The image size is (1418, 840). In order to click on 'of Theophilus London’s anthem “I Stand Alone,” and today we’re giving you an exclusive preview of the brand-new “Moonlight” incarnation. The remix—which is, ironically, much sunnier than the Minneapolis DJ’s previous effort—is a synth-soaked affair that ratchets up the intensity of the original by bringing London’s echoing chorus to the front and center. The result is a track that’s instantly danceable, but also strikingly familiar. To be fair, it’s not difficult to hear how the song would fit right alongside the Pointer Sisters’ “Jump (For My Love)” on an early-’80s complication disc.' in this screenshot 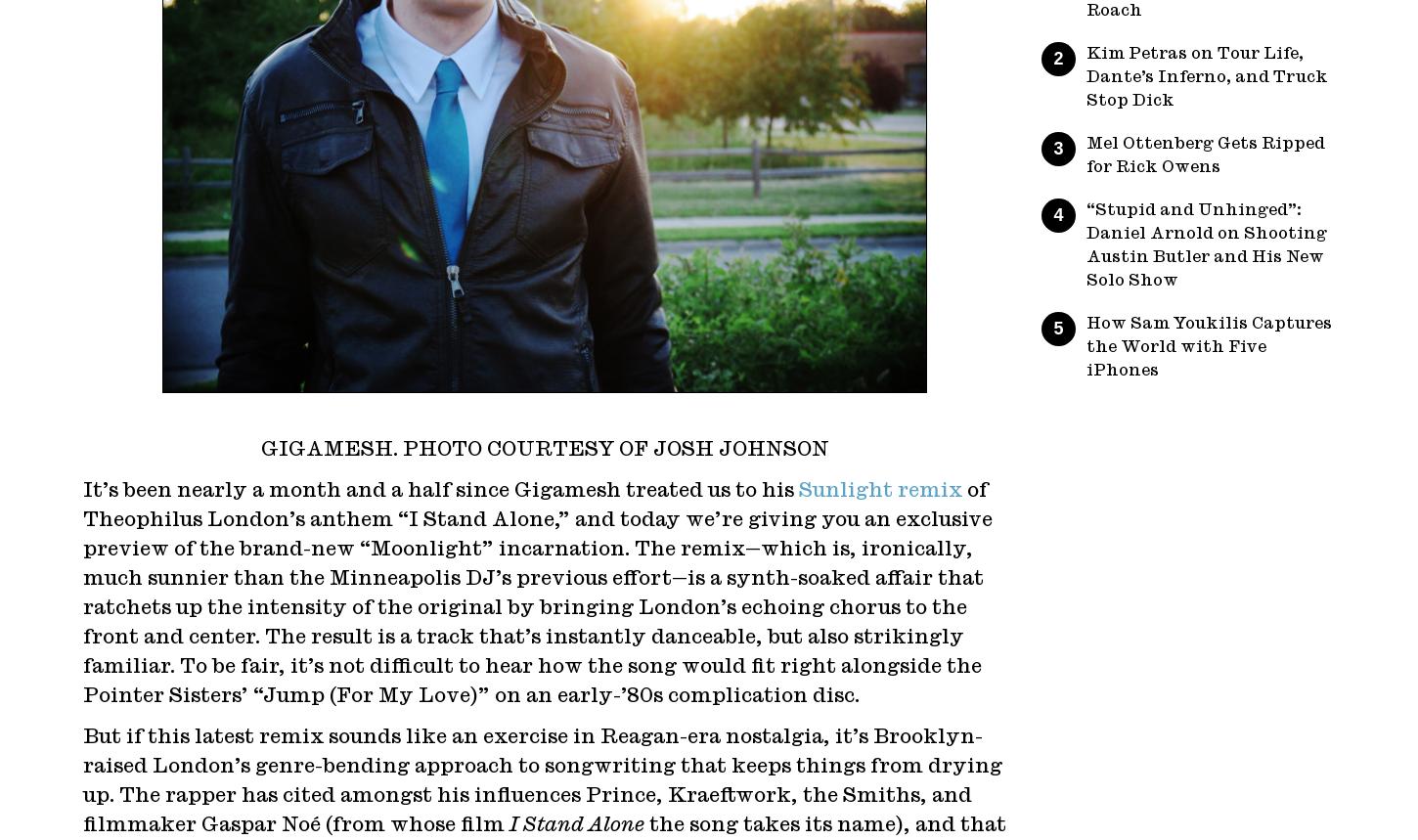, I will do `click(537, 593)`.